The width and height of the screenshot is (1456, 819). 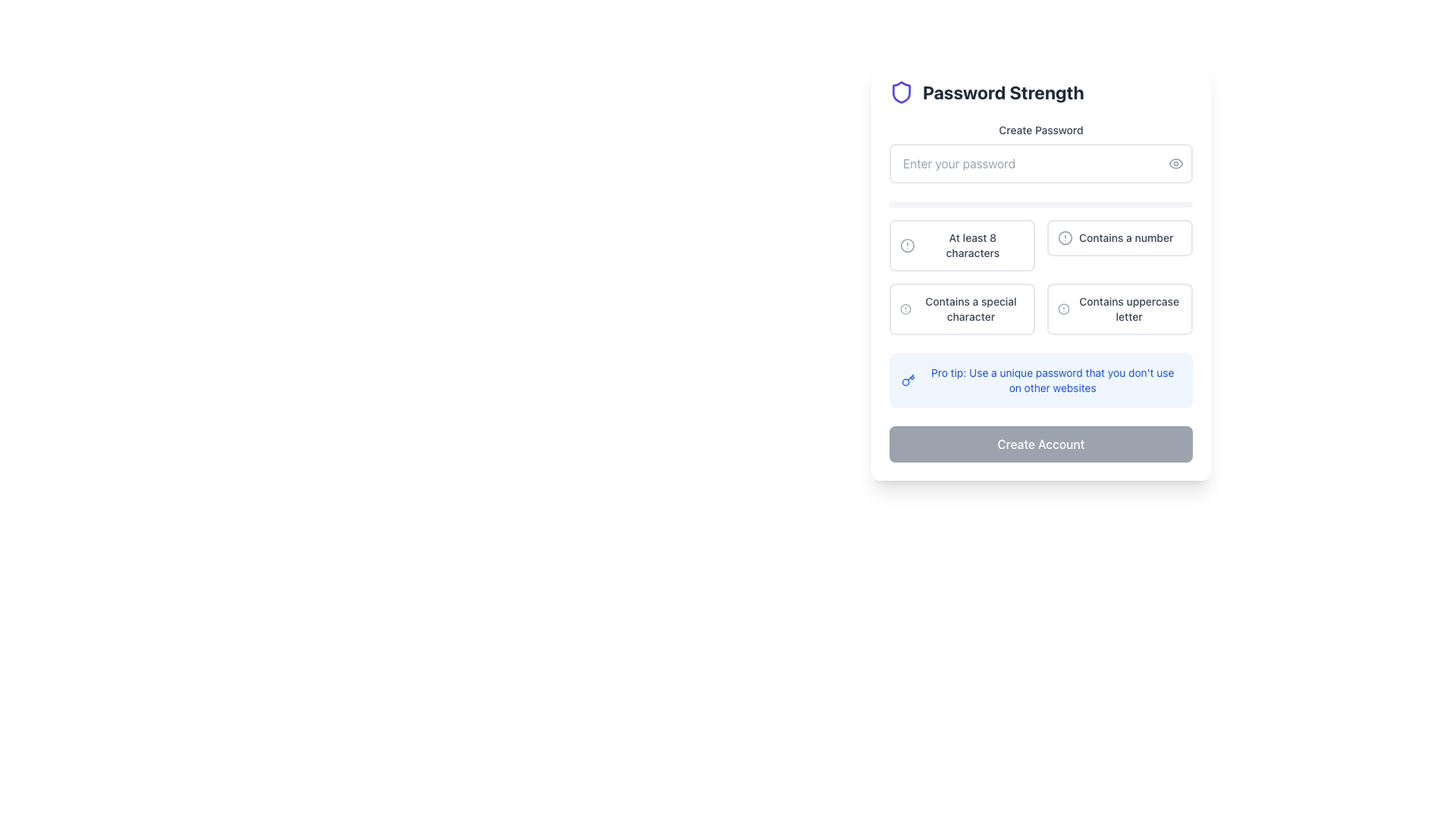 What do you see at coordinates (1120, 309) in the screenshot?
I see `information from the informational label with the text 'Contains uppercase letter' located in the bottom-right corner of the password criteria grid` at bounding box center [1120, 309].